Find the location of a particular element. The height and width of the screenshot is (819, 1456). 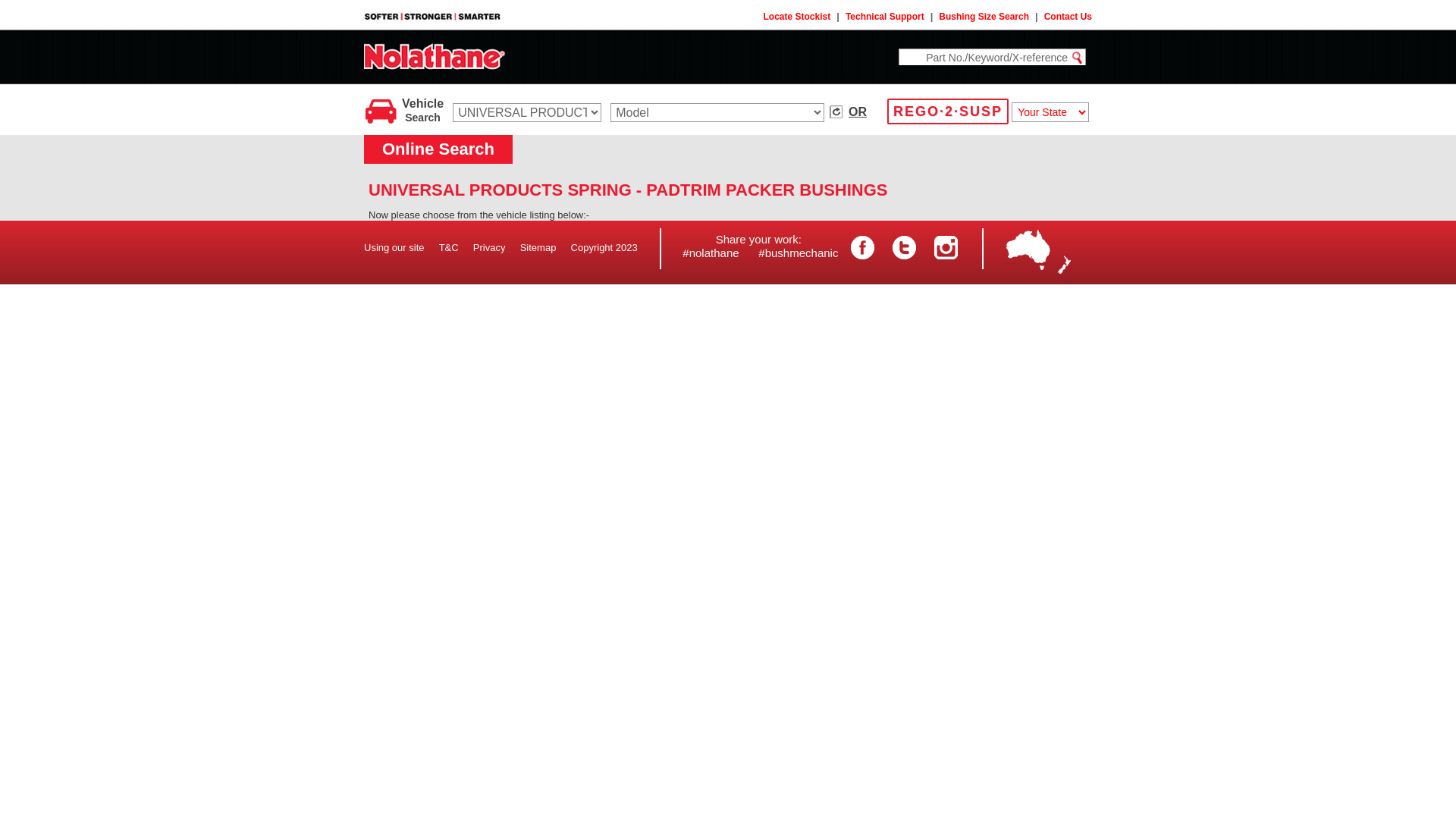

'Privacy' is located at coordinates (489, 246).